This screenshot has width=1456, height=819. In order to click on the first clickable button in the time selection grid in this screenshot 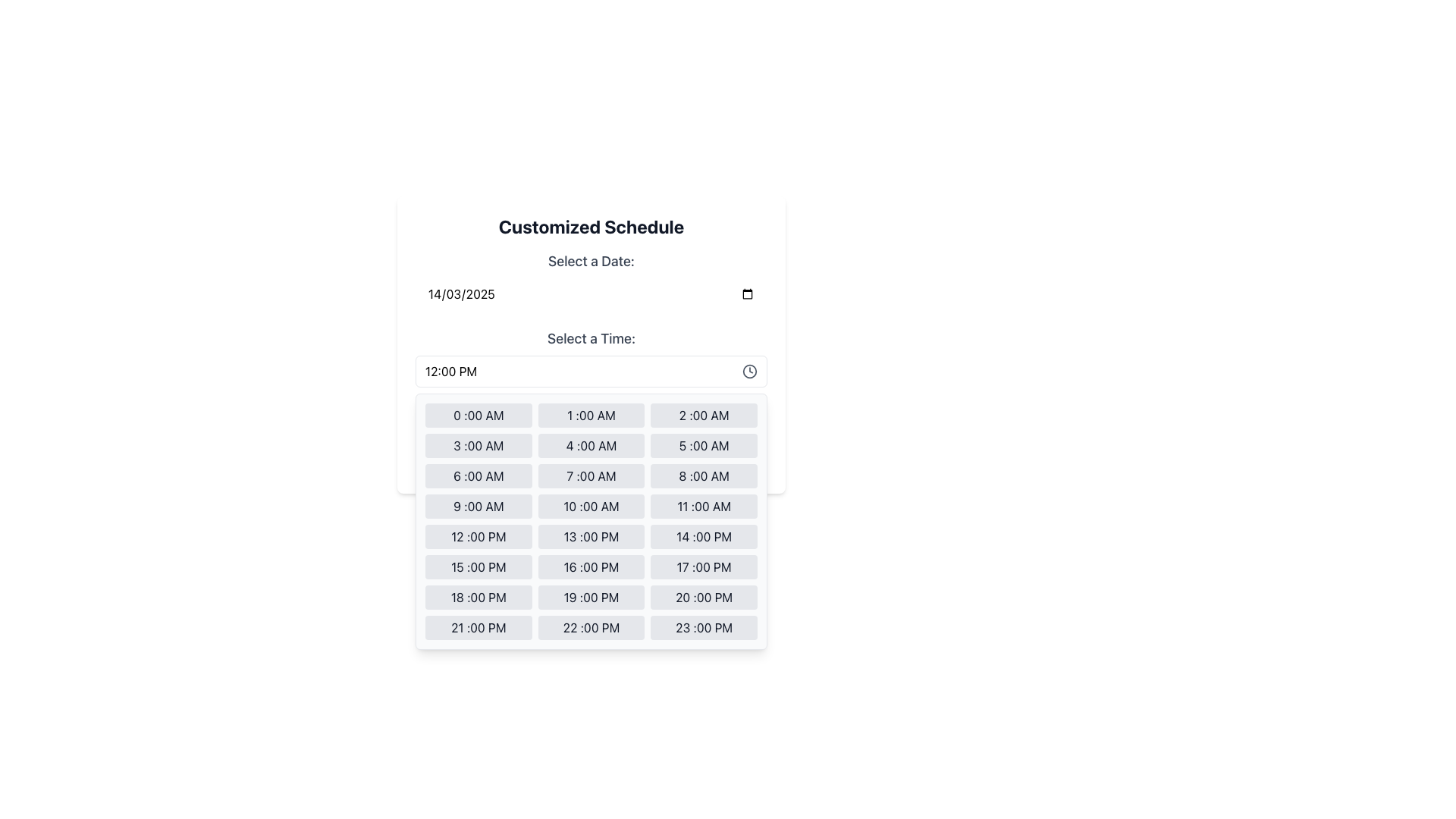, I will do `click(478, 415)`.